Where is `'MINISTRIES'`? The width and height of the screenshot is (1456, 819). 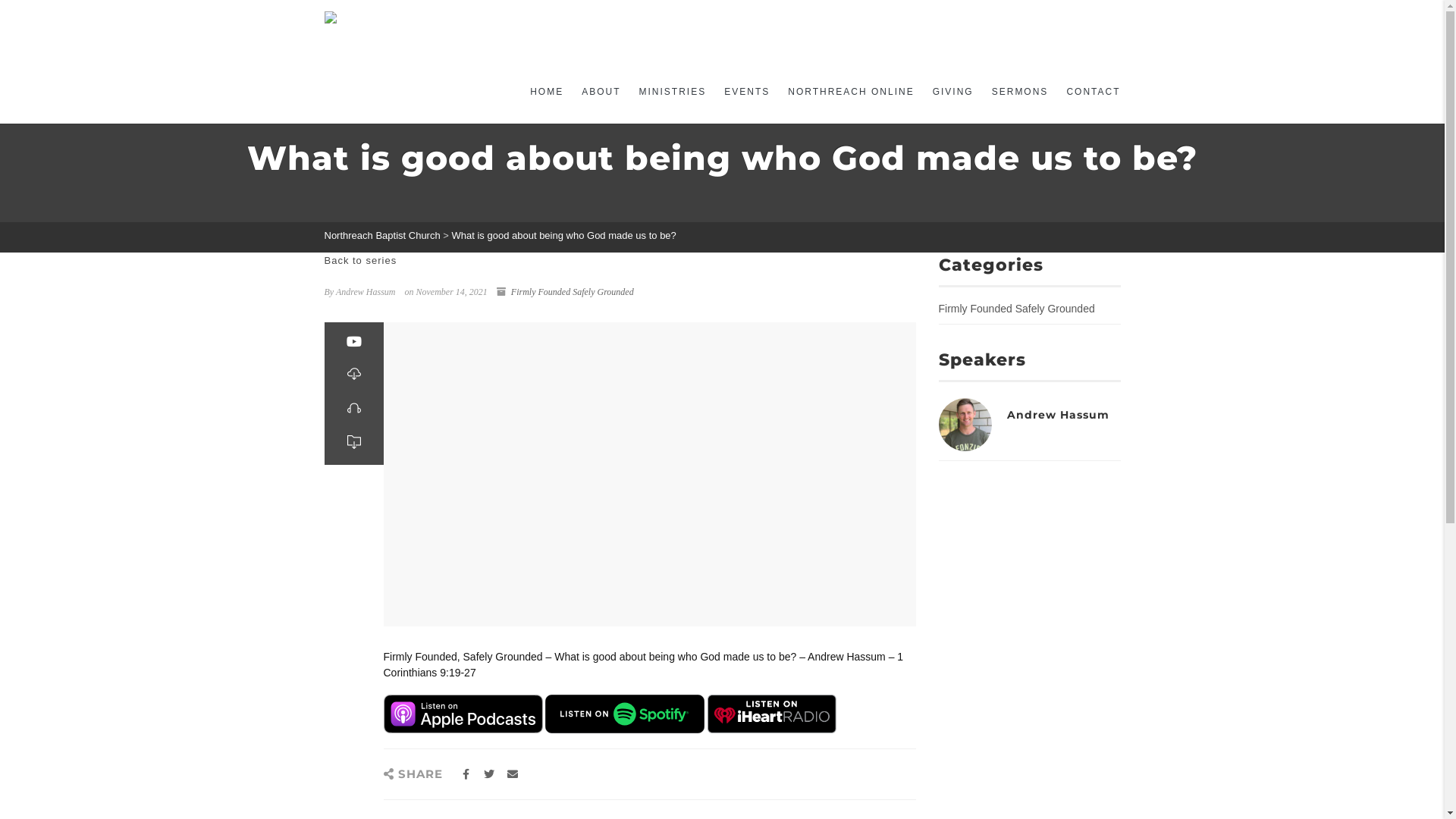 'MINISTRIES' is located at coordinates (672, 92).